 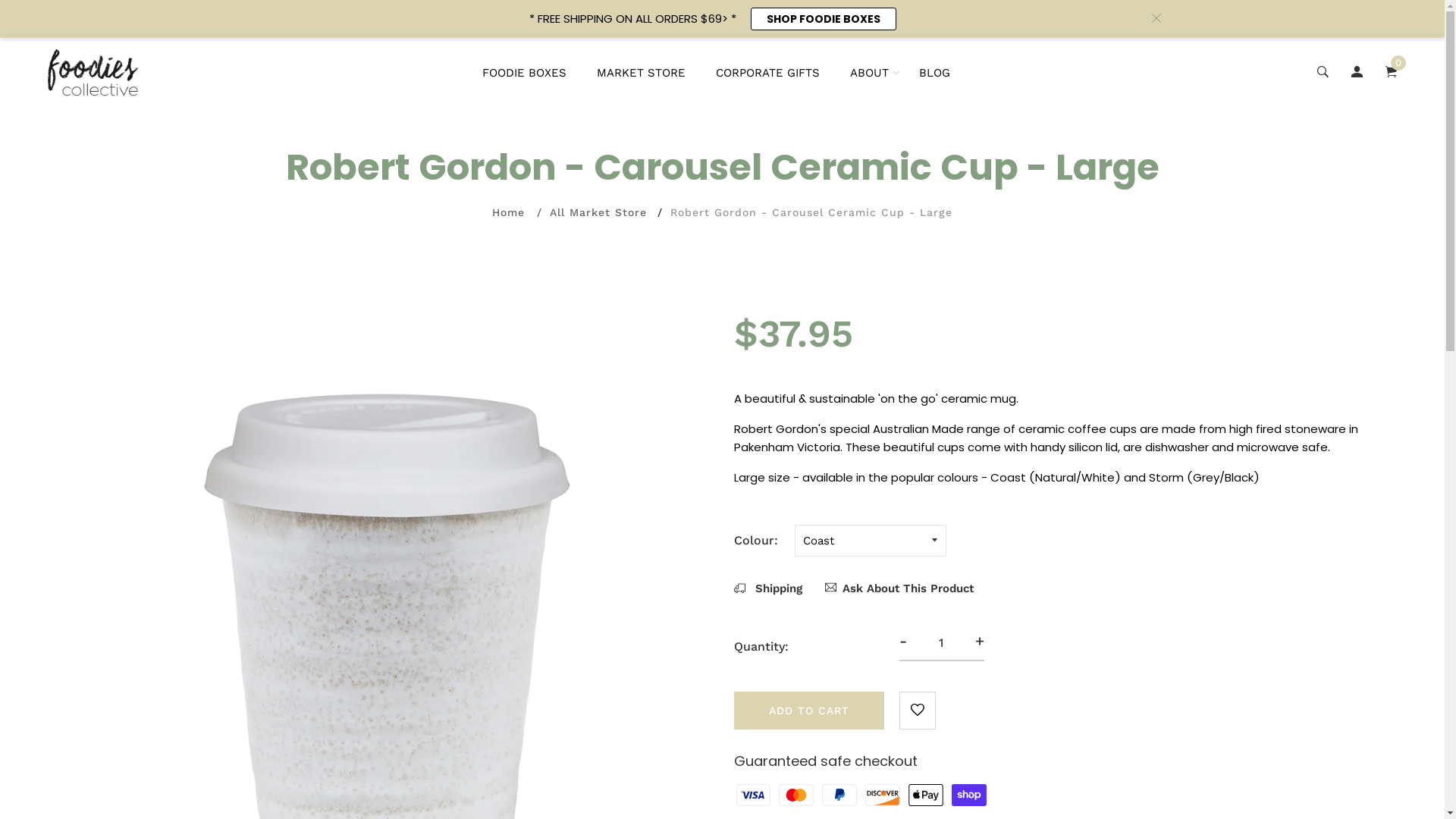 What do you see at coordinates (641, 73) in the screenshot?
I see `'MARKET STORE'` at bounding box center [641, 73].